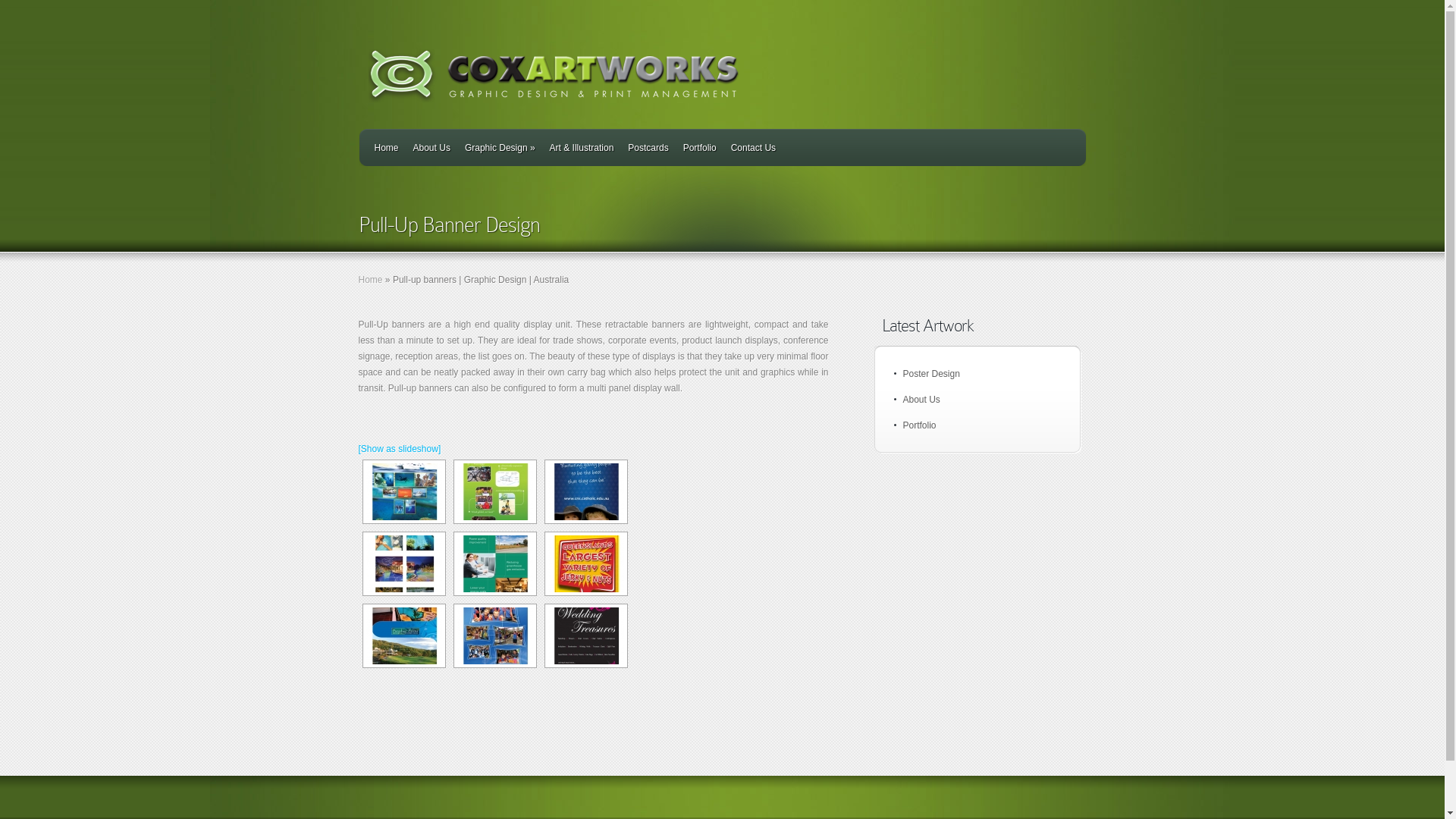 Image resolution: width=1456 pixels, height=819 pixels. I want to click on '[Show as slideshow]', so click(399, 447).